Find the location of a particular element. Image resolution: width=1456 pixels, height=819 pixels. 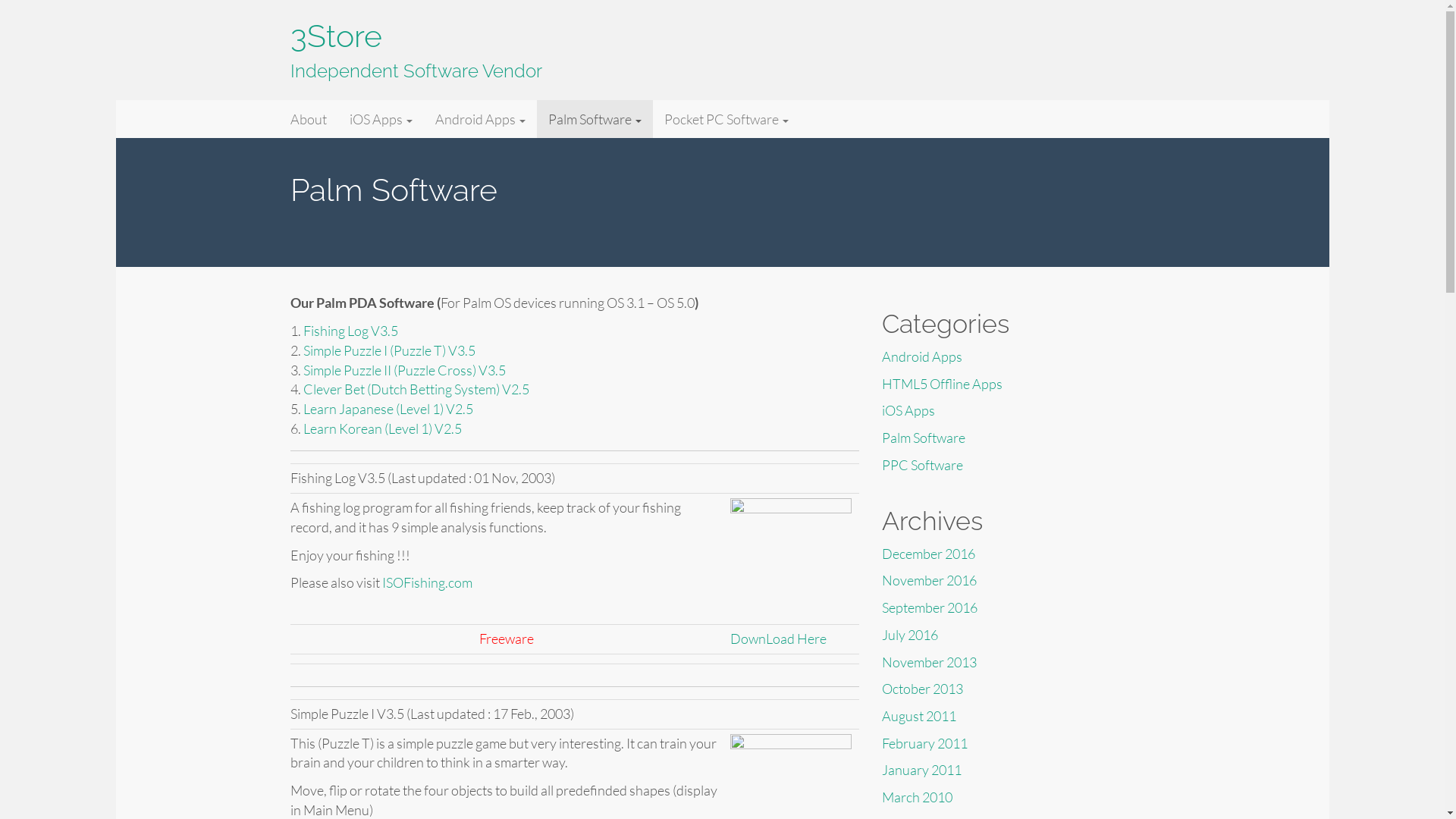

'DownLoad Here' is located at coordinates (729, 638).